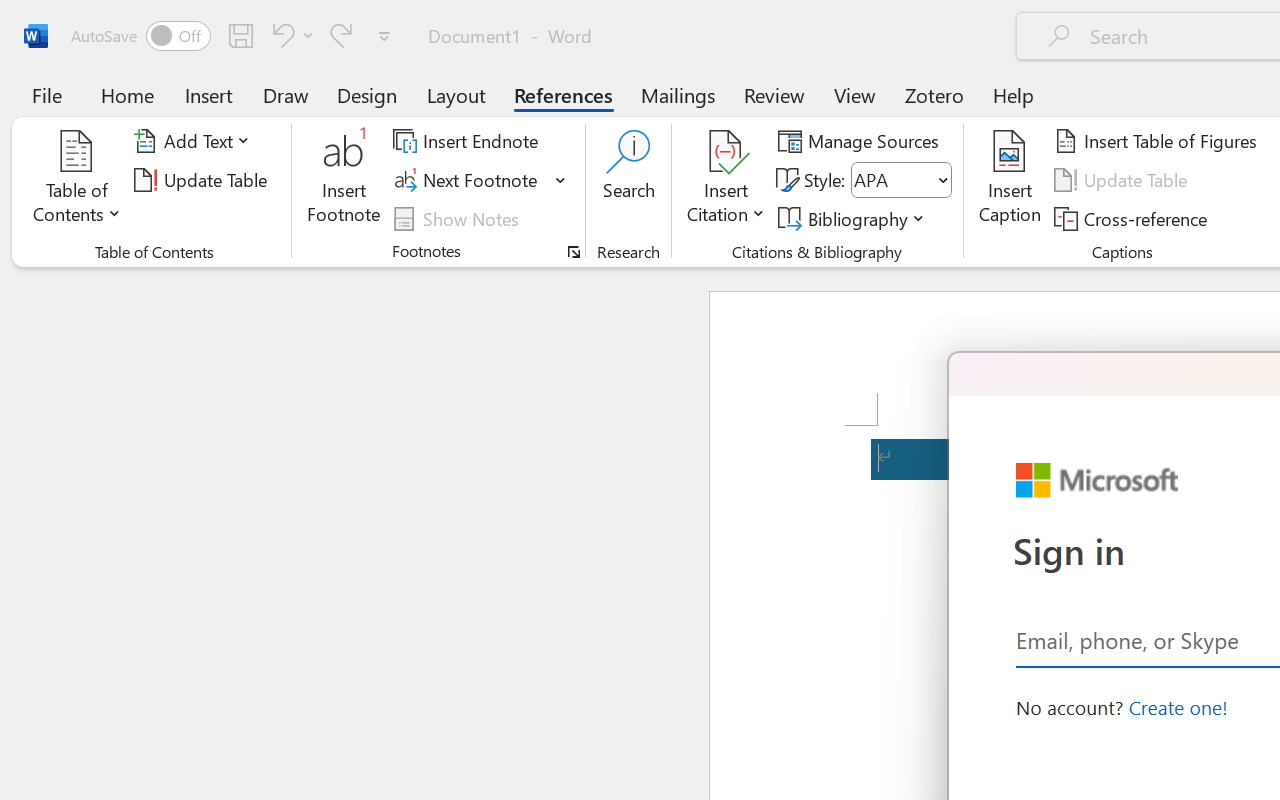  I want to click on 'Style', so click(900, 179).